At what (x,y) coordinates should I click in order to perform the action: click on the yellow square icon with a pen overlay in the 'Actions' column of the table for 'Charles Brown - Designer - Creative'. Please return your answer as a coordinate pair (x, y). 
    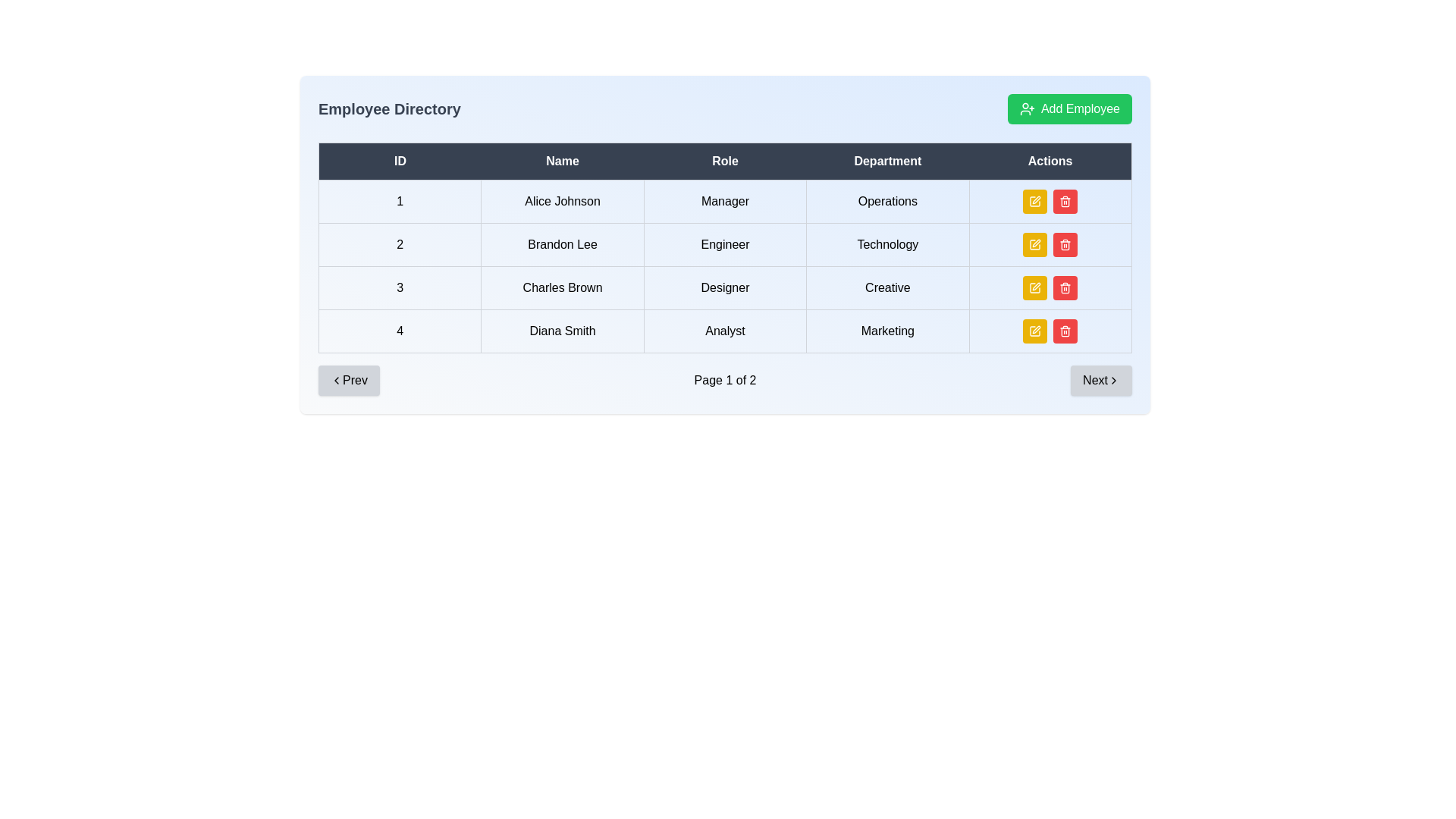
    Looking at the image, I should click on (1034, 201).